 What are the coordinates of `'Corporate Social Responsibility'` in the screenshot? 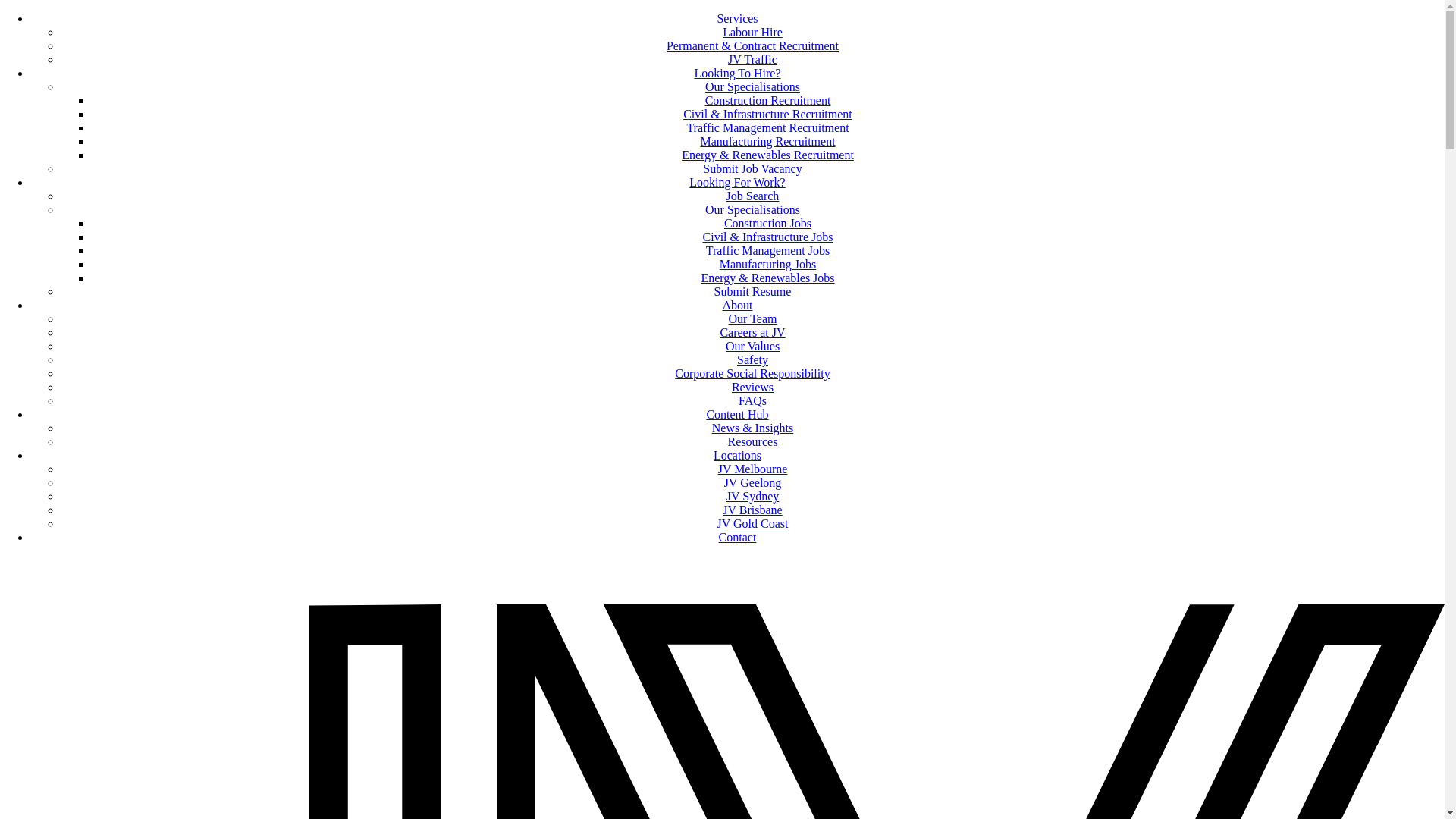 It's located at (673, 373).